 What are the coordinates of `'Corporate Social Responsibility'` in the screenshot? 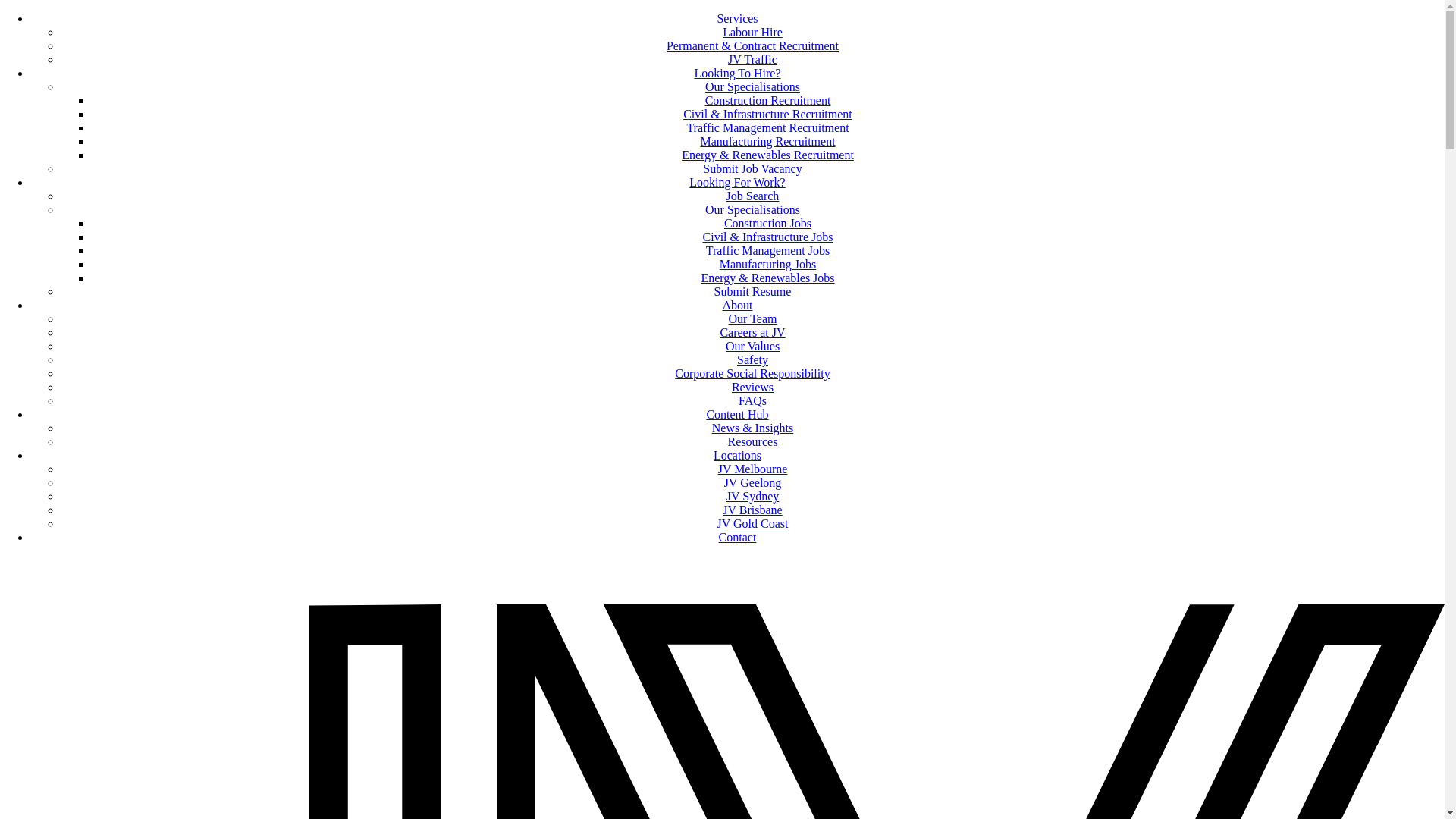 It's located at (673, 373).